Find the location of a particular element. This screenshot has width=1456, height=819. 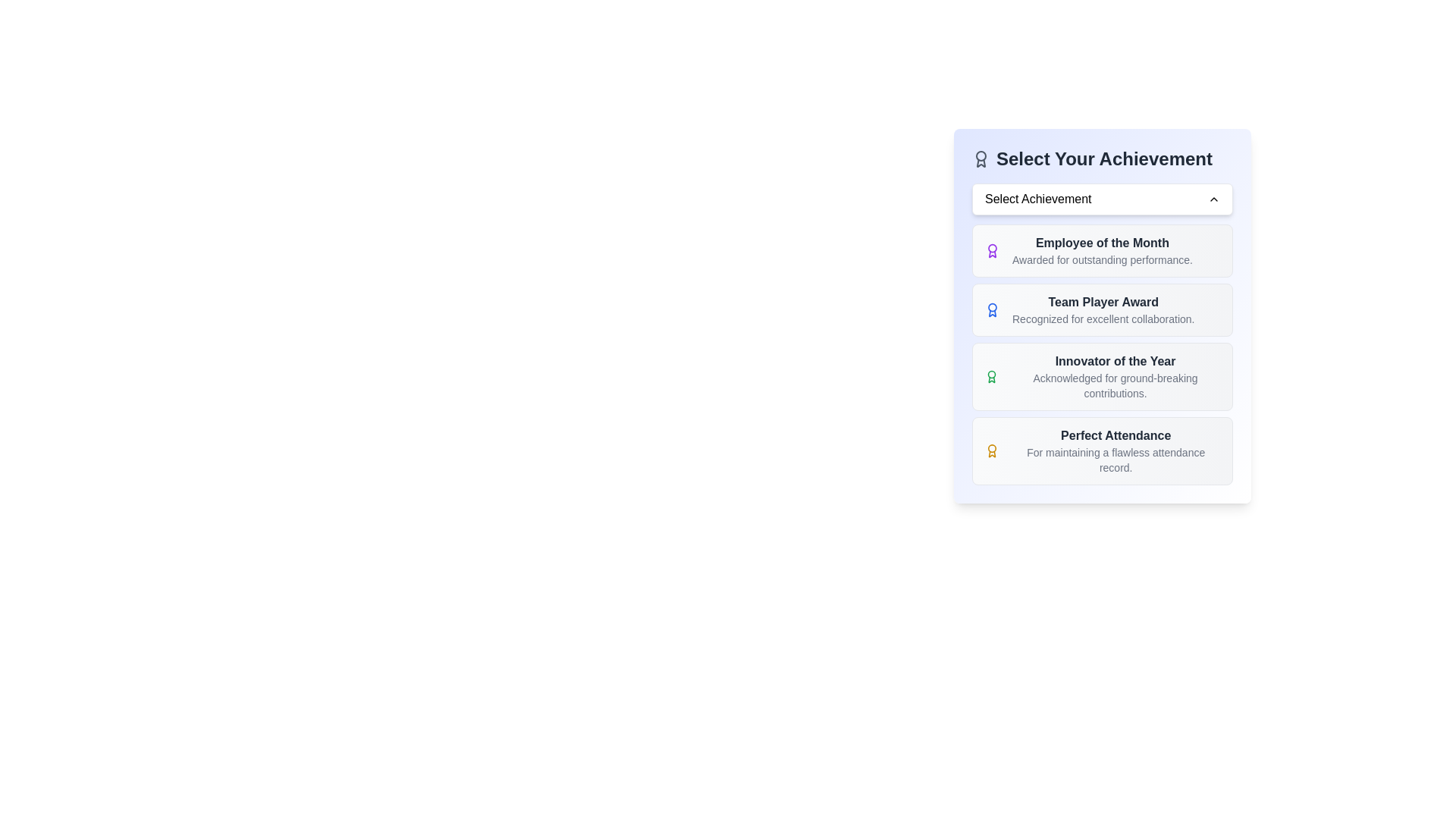

the text label reading 'Select Achievement' is located at coordinates (1037, 198).